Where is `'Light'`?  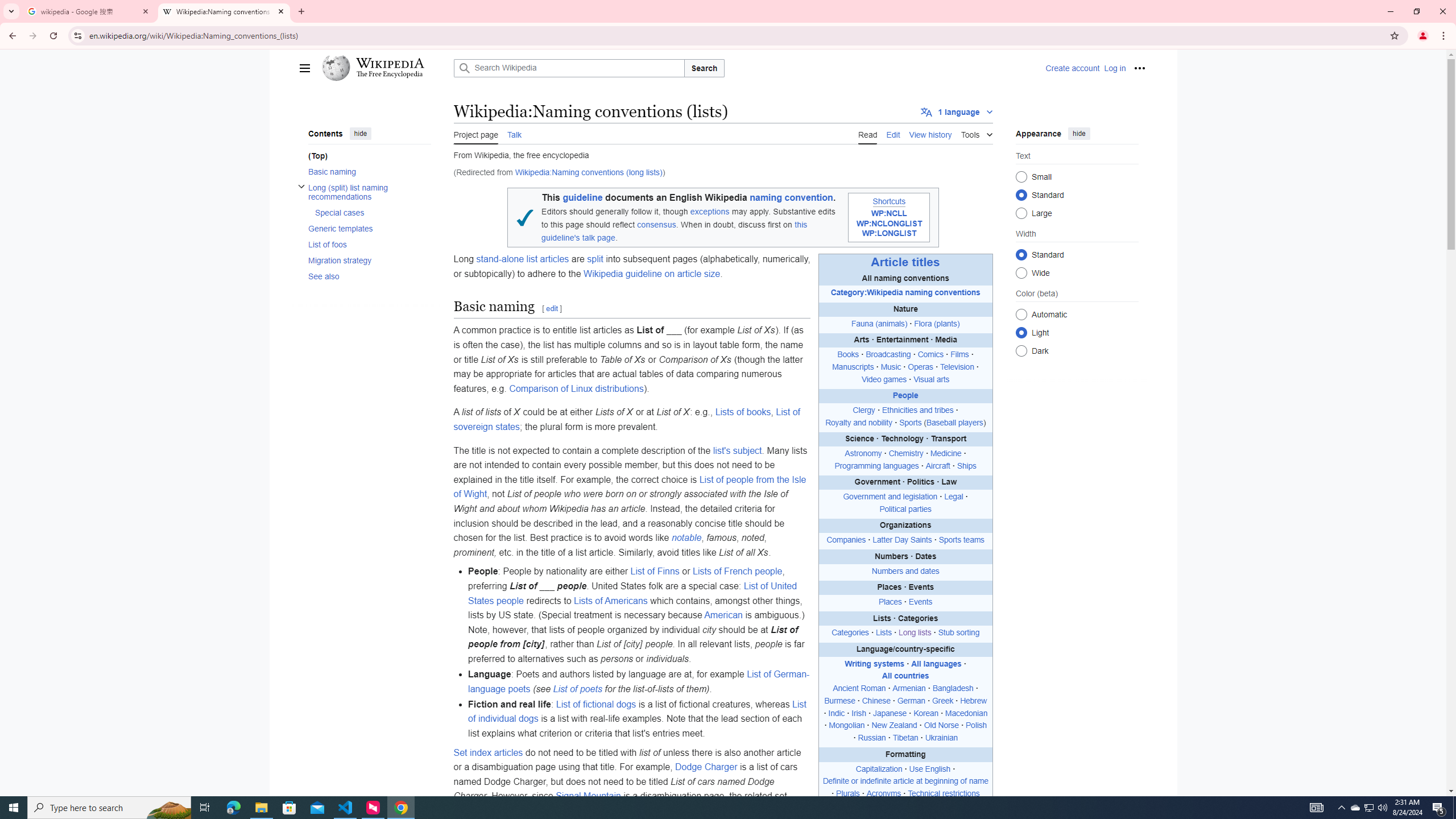 'Light' is located at coordinates (1020, 332).